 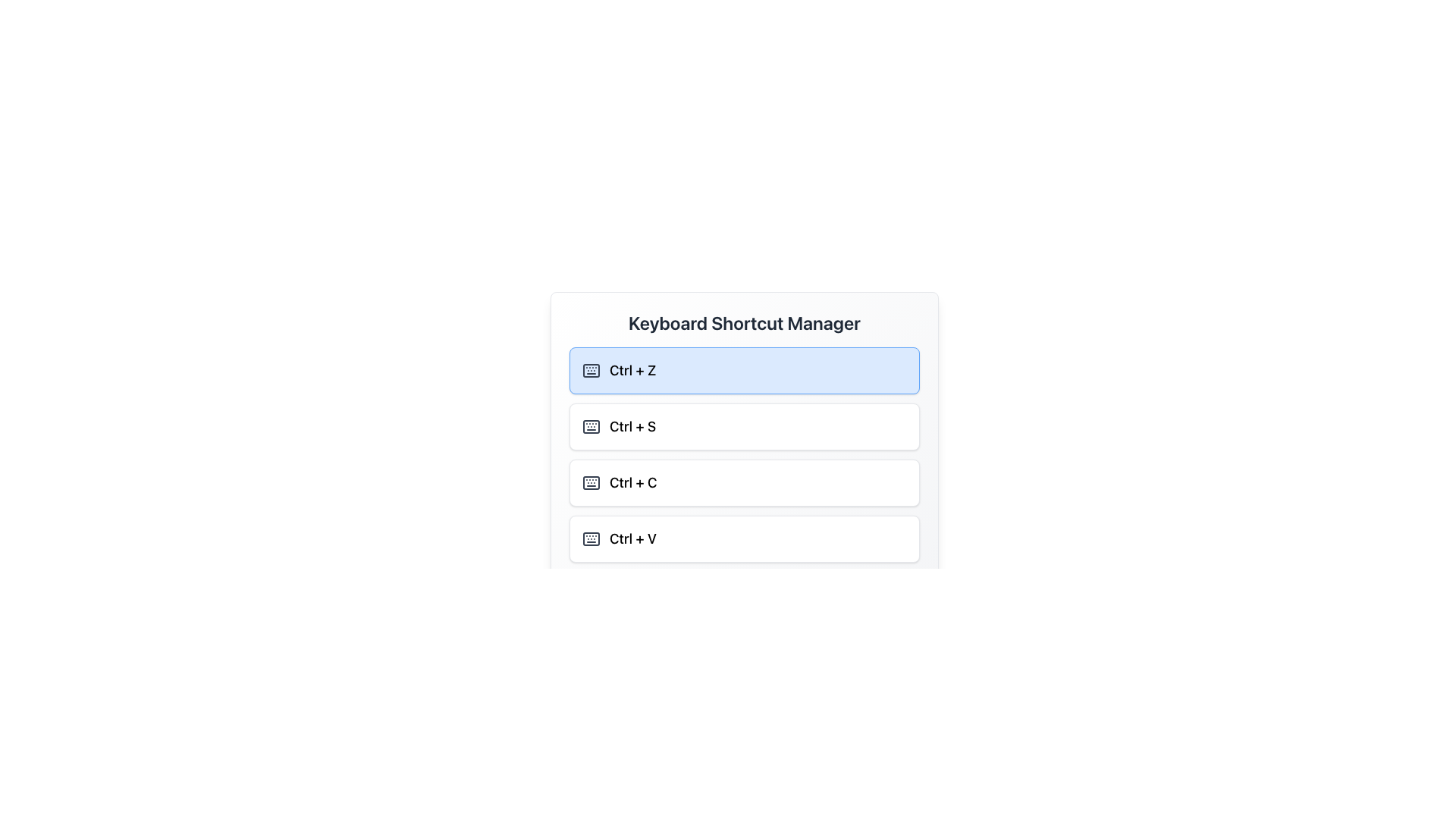 I want to click on the SVG Rectangle that represents the 'Keyboard' icon located in the second item of the listed control shortcuts within the interface, so click(x=590, y=427).